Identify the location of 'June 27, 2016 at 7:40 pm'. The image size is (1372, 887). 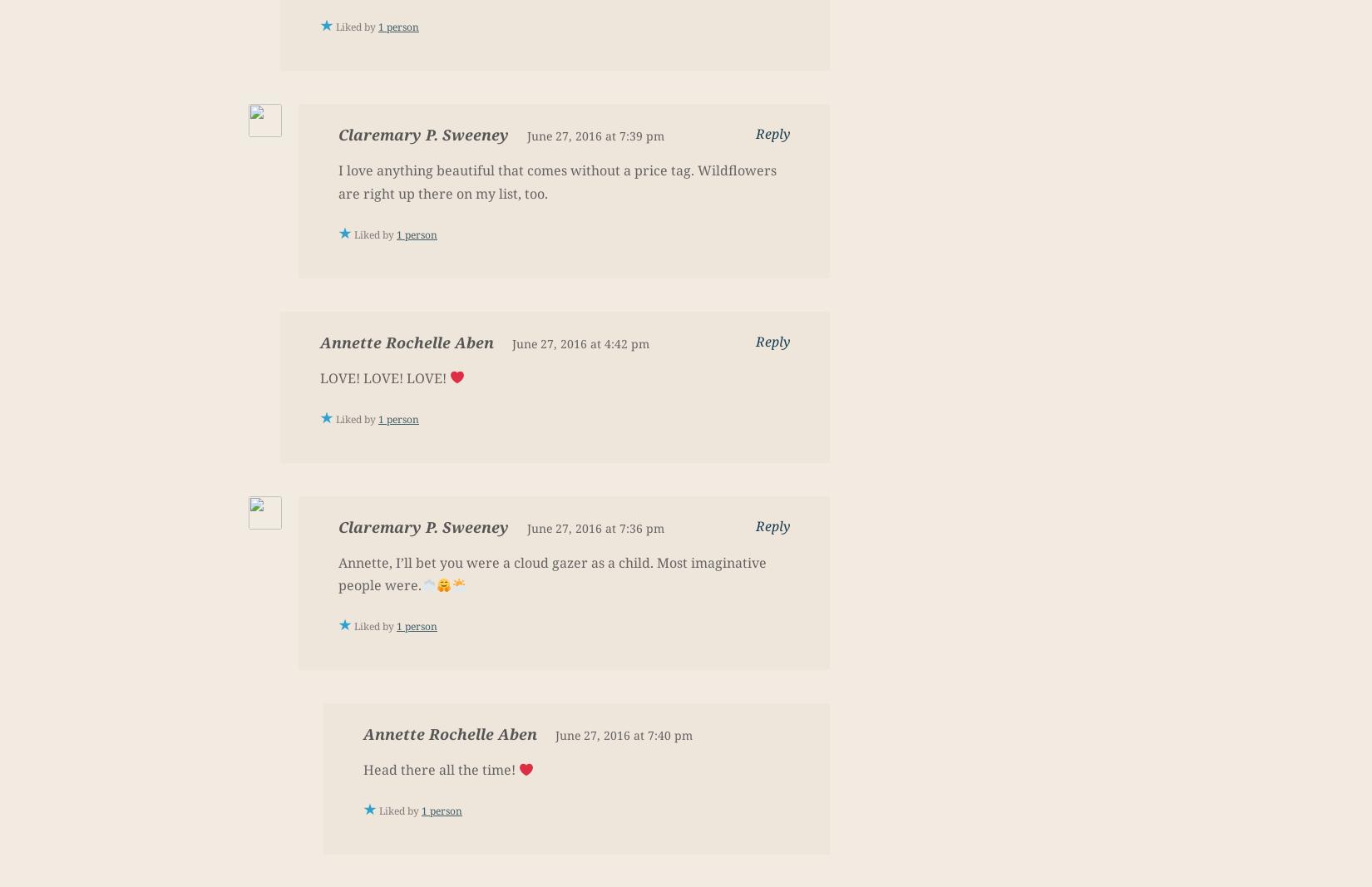
(623, 734).